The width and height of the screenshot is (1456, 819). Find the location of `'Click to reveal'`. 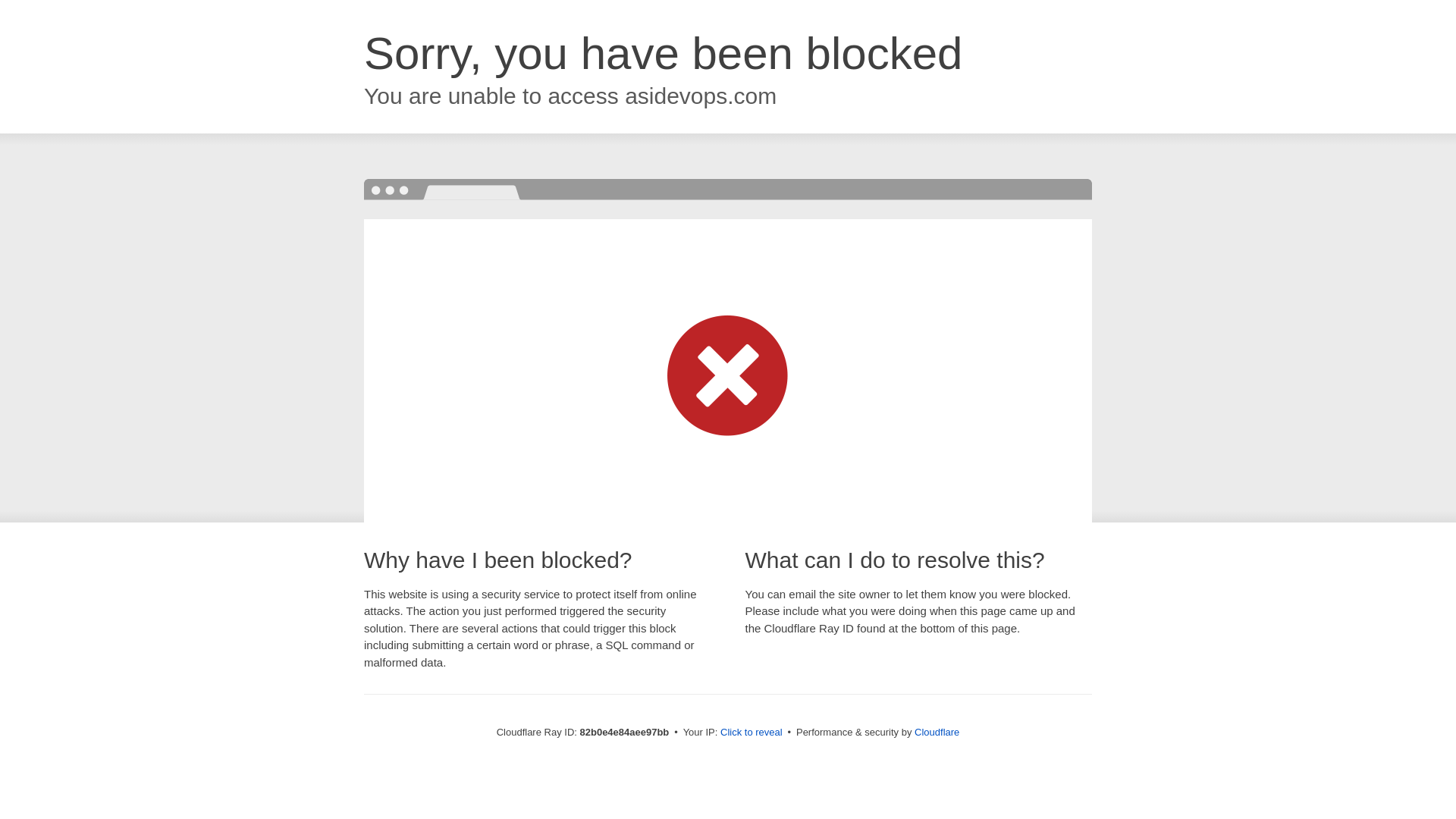

'Click to reveal' is located at coordinates (751, 731).